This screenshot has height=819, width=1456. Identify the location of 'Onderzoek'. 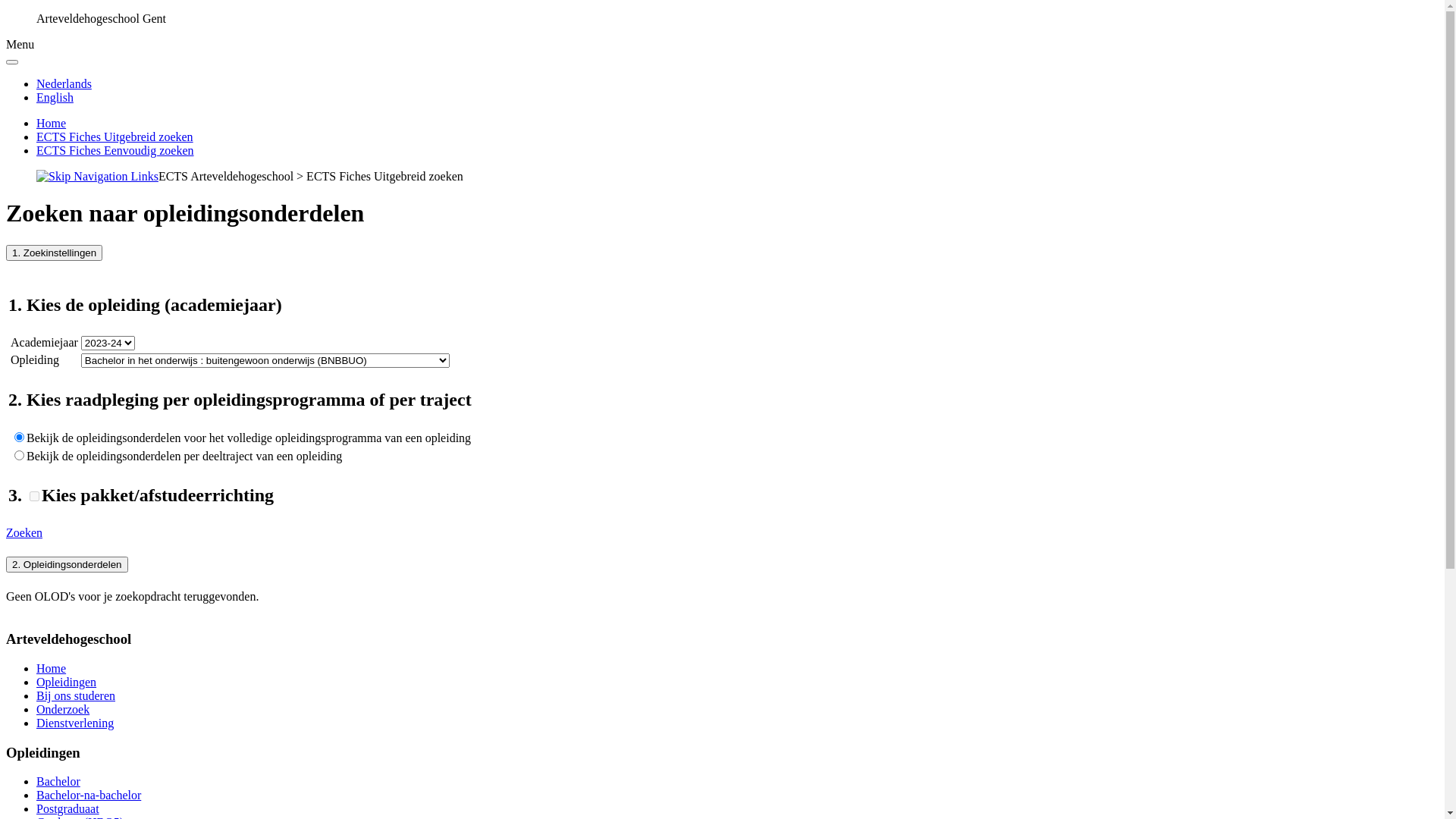
(61, 709).